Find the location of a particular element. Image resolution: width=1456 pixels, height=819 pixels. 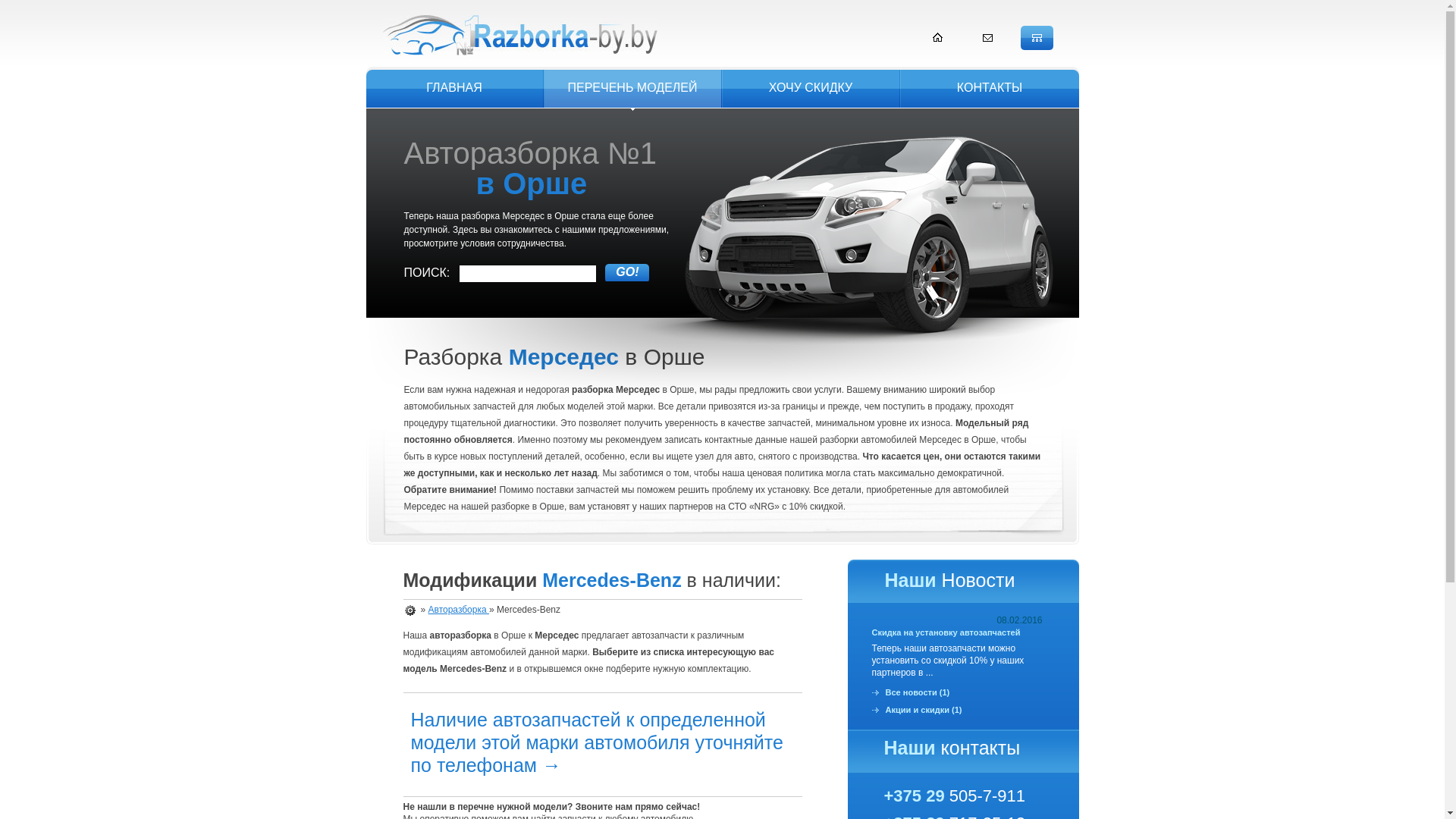

'GO!' is located at coordinates (626, 271).